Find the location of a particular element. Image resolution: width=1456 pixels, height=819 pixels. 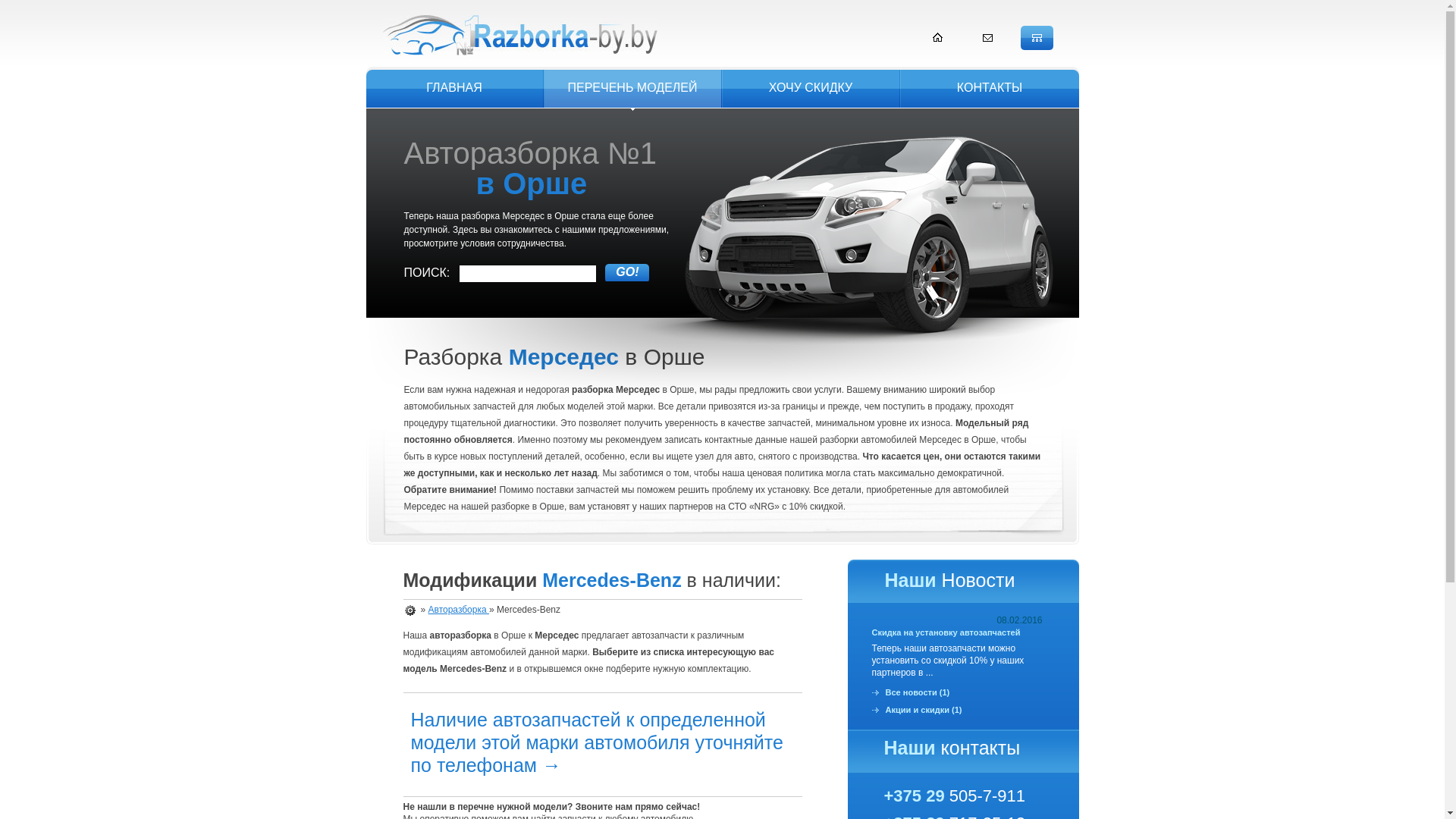

'GO!' is located at coordinates (626, 271).